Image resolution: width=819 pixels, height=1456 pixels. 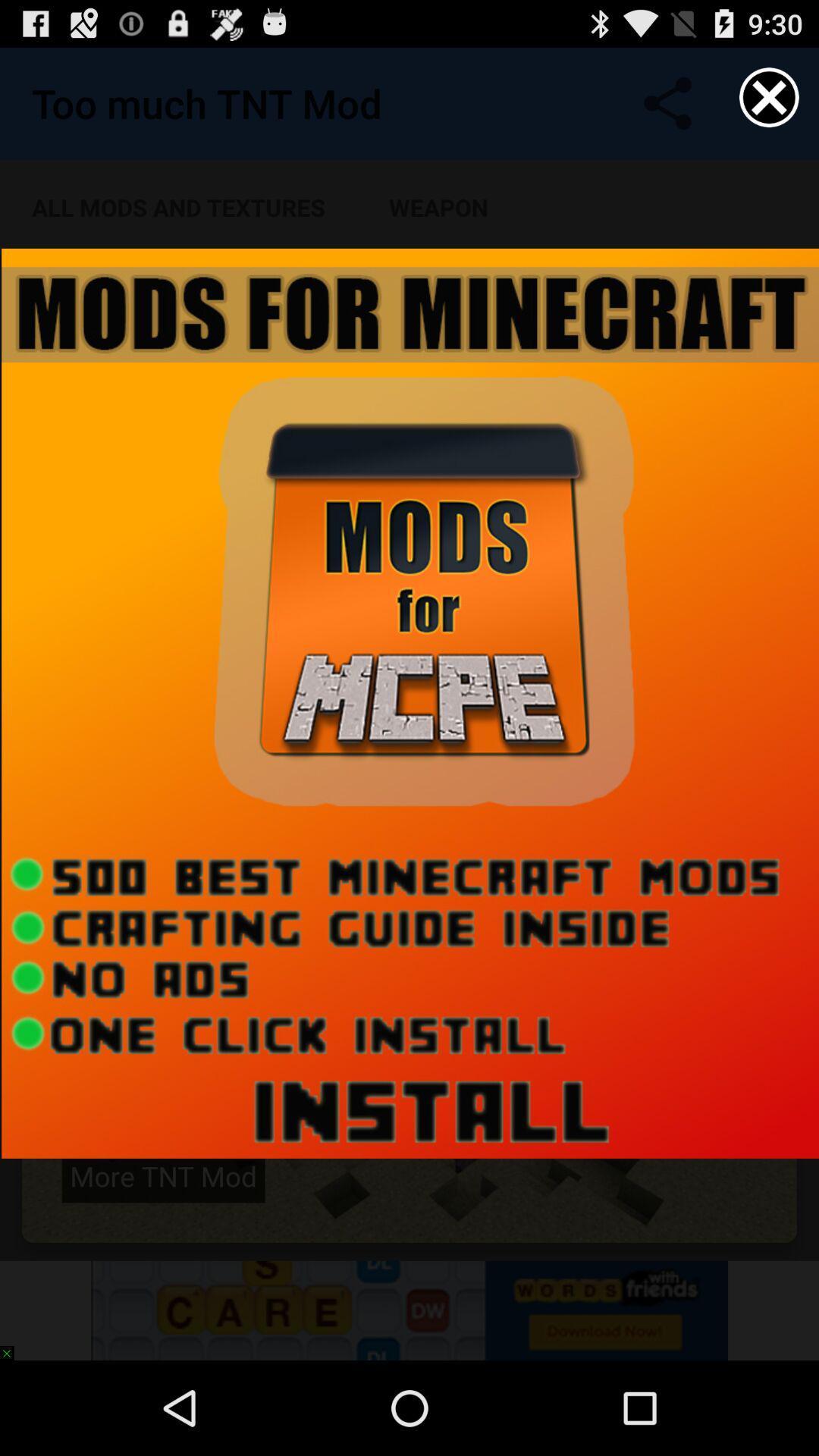 What do you see at coordinates (769, 96) in the screenshot?
I see `press exit` at bounding box center [769, 96].